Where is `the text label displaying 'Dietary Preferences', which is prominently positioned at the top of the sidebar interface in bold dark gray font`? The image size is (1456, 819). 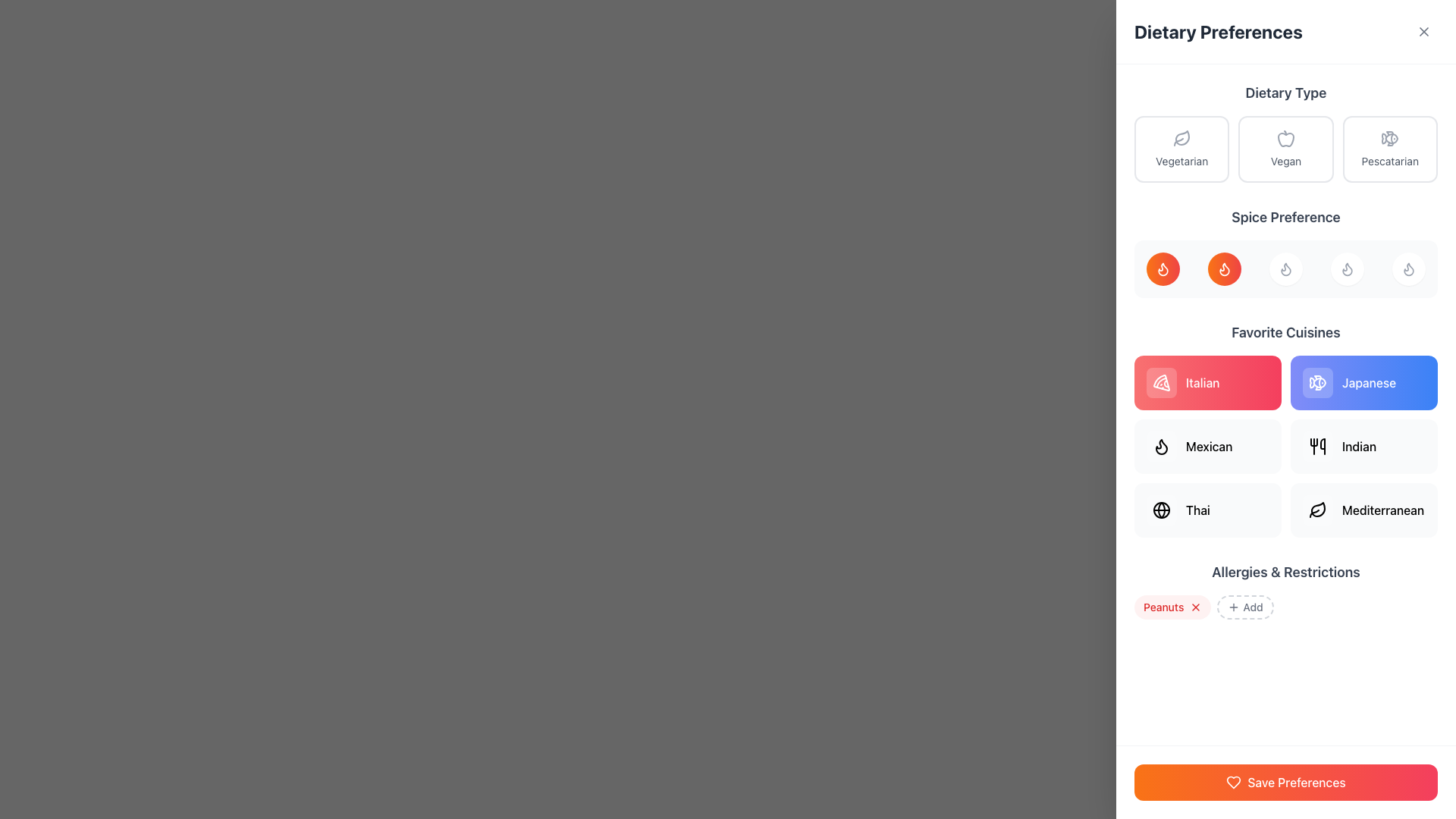 the text label displaying 'Dietary Preferences', which is prominently positioned at the top of the sidebar interface in bold dark gray font is located at coordinates (1218, 32).